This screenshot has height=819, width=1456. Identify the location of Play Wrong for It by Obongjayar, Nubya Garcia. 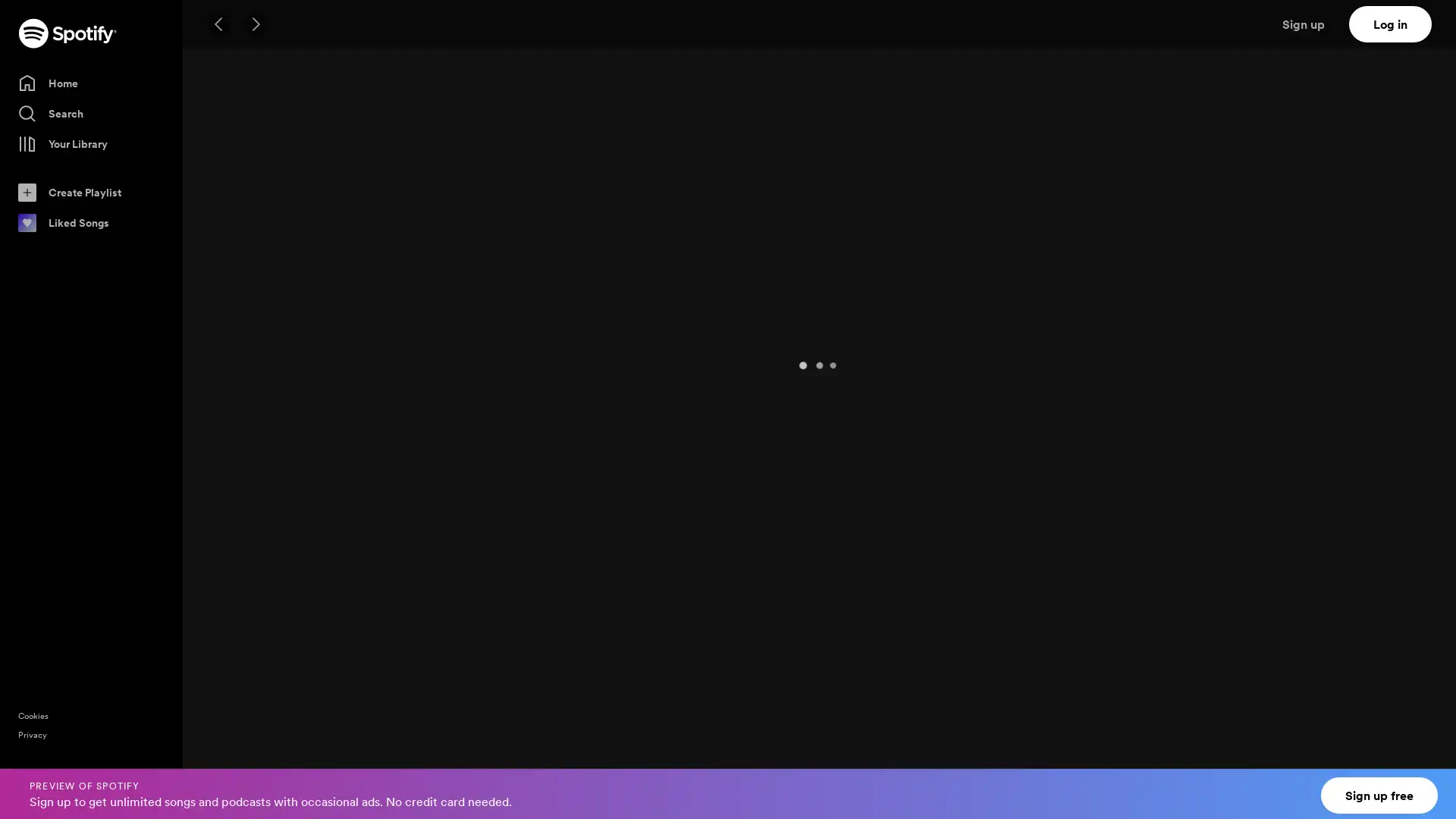
(225, 652).